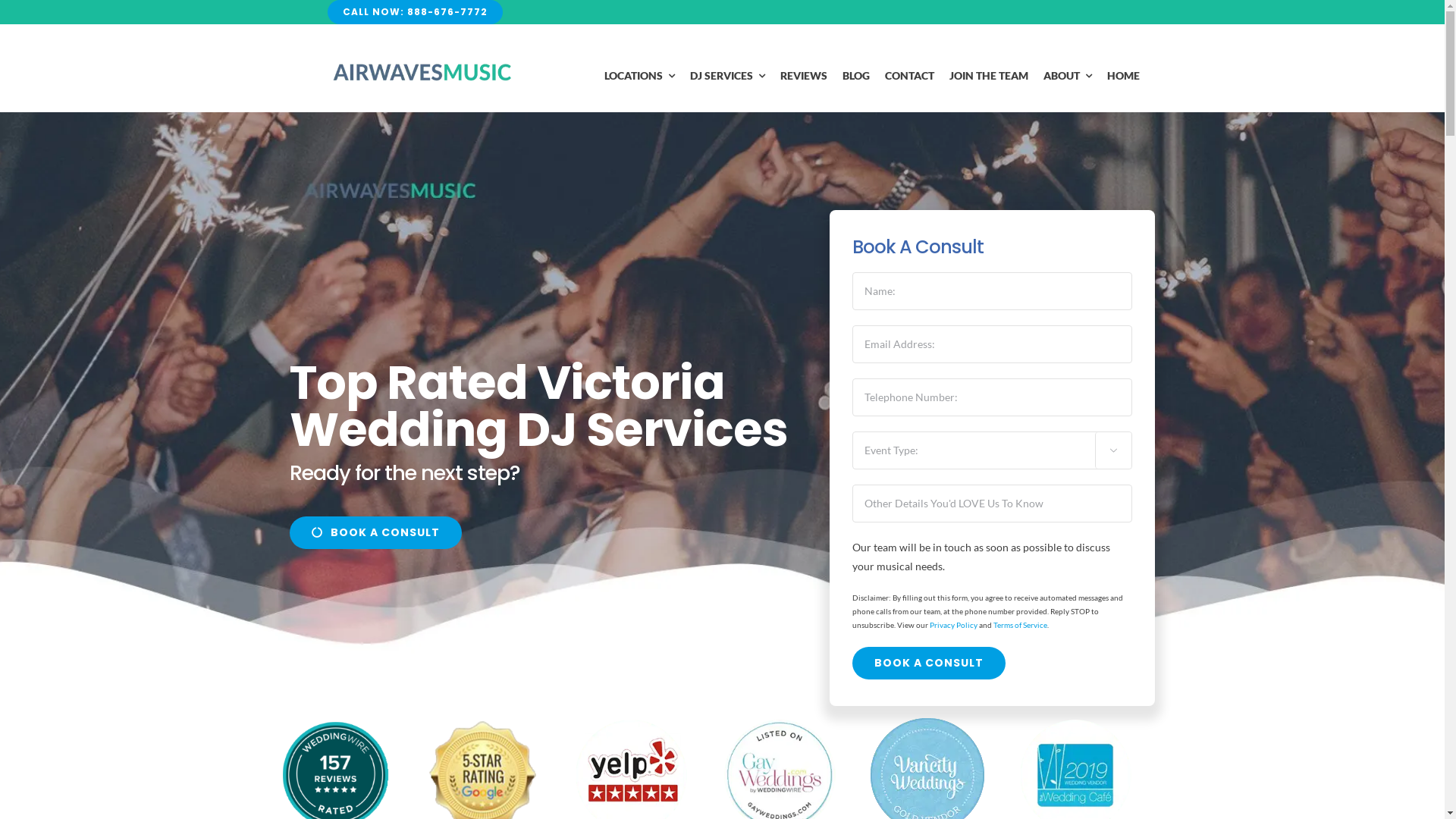  What do you see at coordinates (803, 76) in the screenshot?
I see `'REVIEWS'` at bounding box center [803, 76].